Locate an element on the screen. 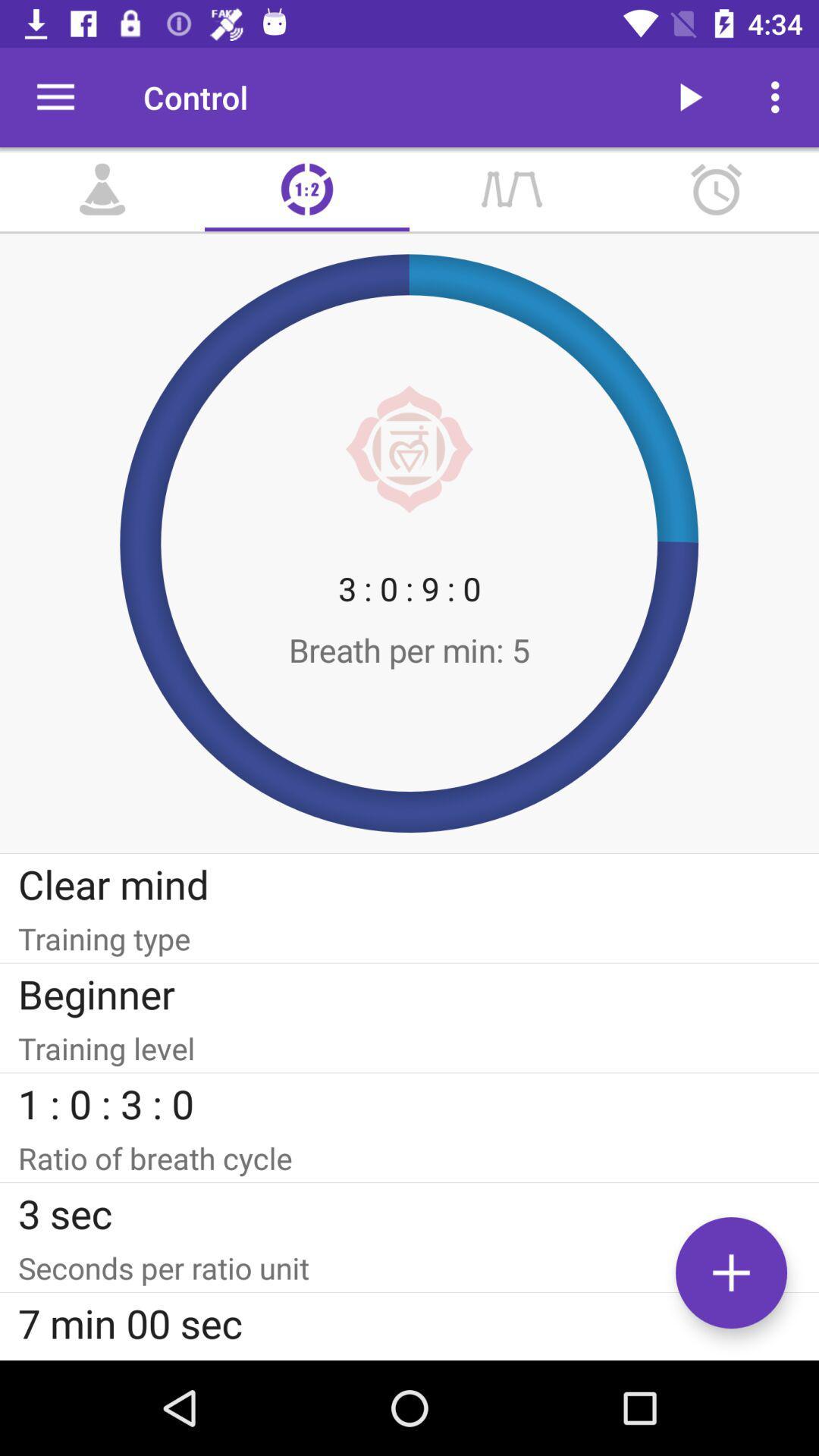 Image resolution: width=819 pixels, height=1456 pixels. item below training level icon is located at coordinates (409, 1103).